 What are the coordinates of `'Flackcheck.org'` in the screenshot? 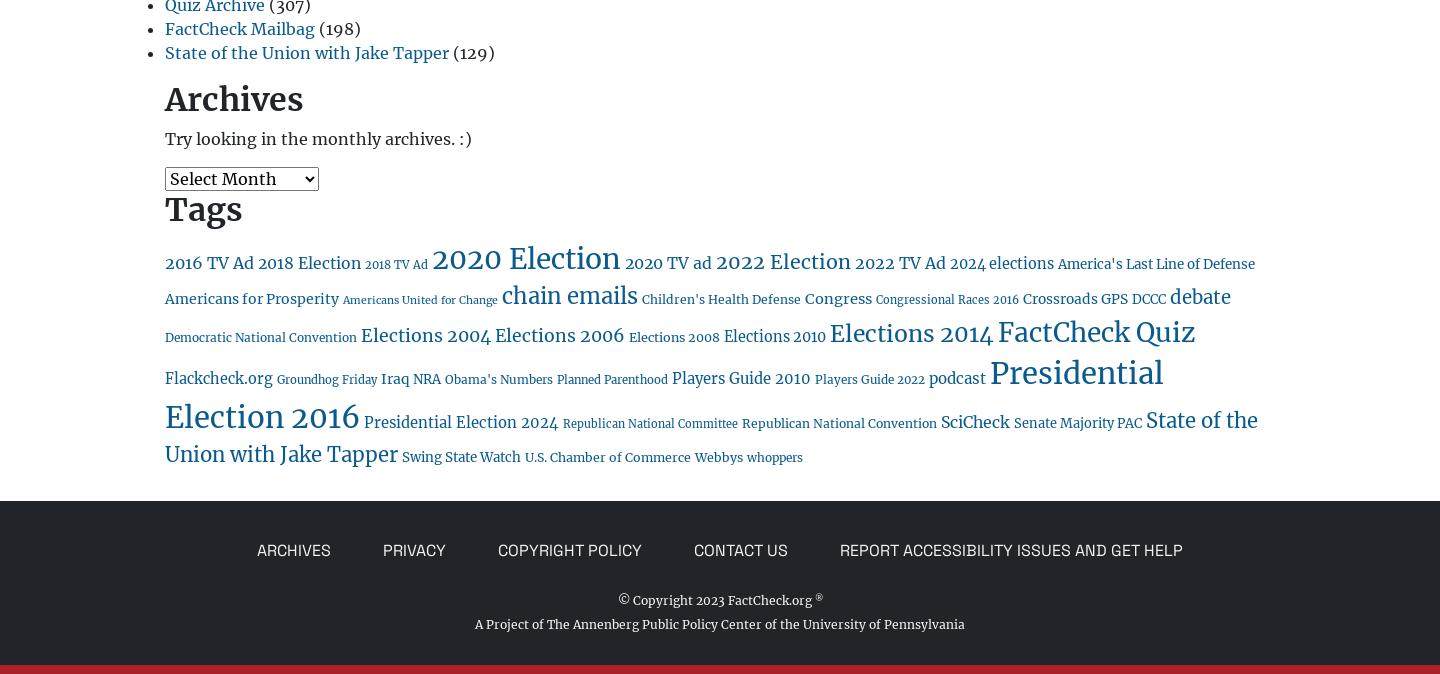 It's located at (219, 377).